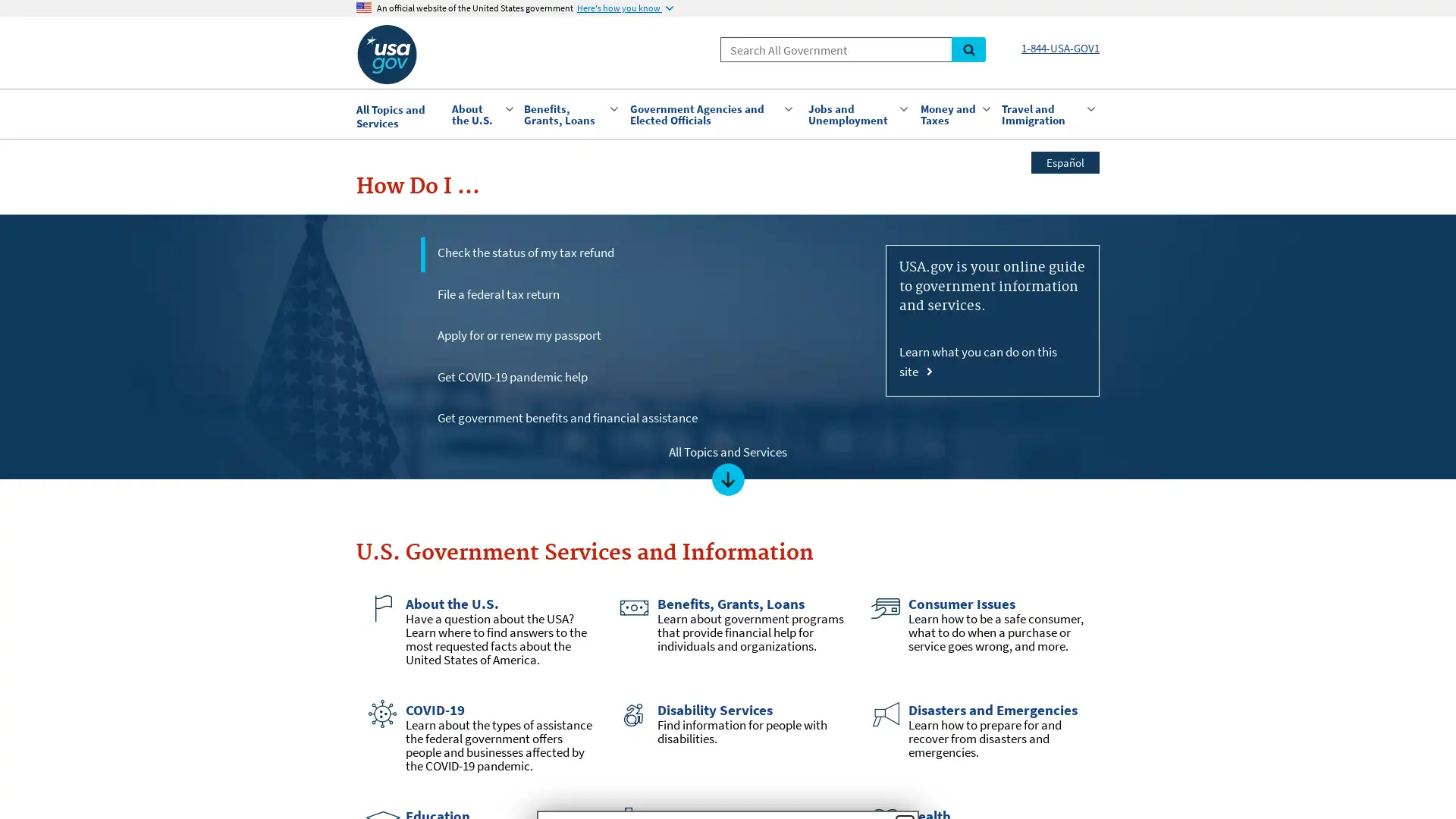  Describe the element at coordinates (856, 113) in the screenshot. I see `Jobs and Unemployment` at that location.